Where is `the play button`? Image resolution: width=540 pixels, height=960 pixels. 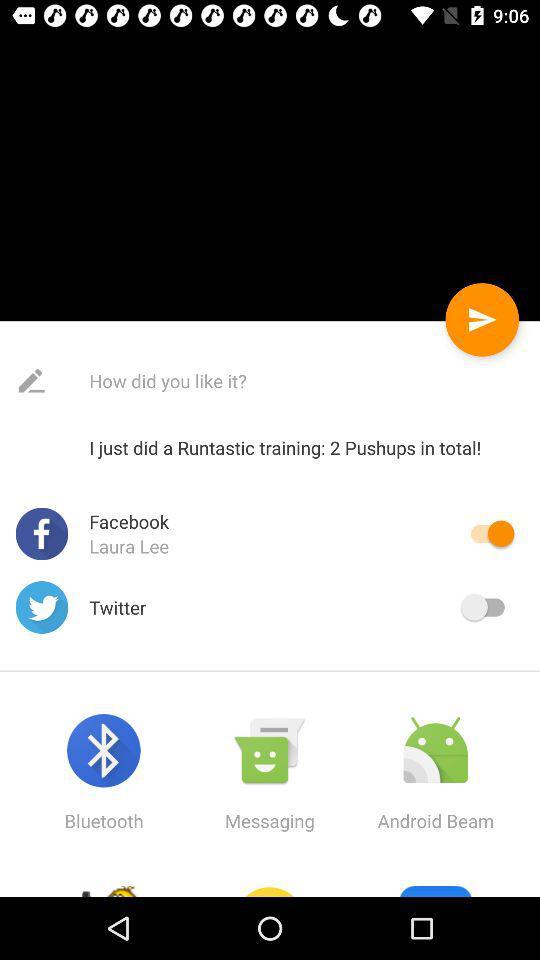
the play button is located at coordinates (481, 319).